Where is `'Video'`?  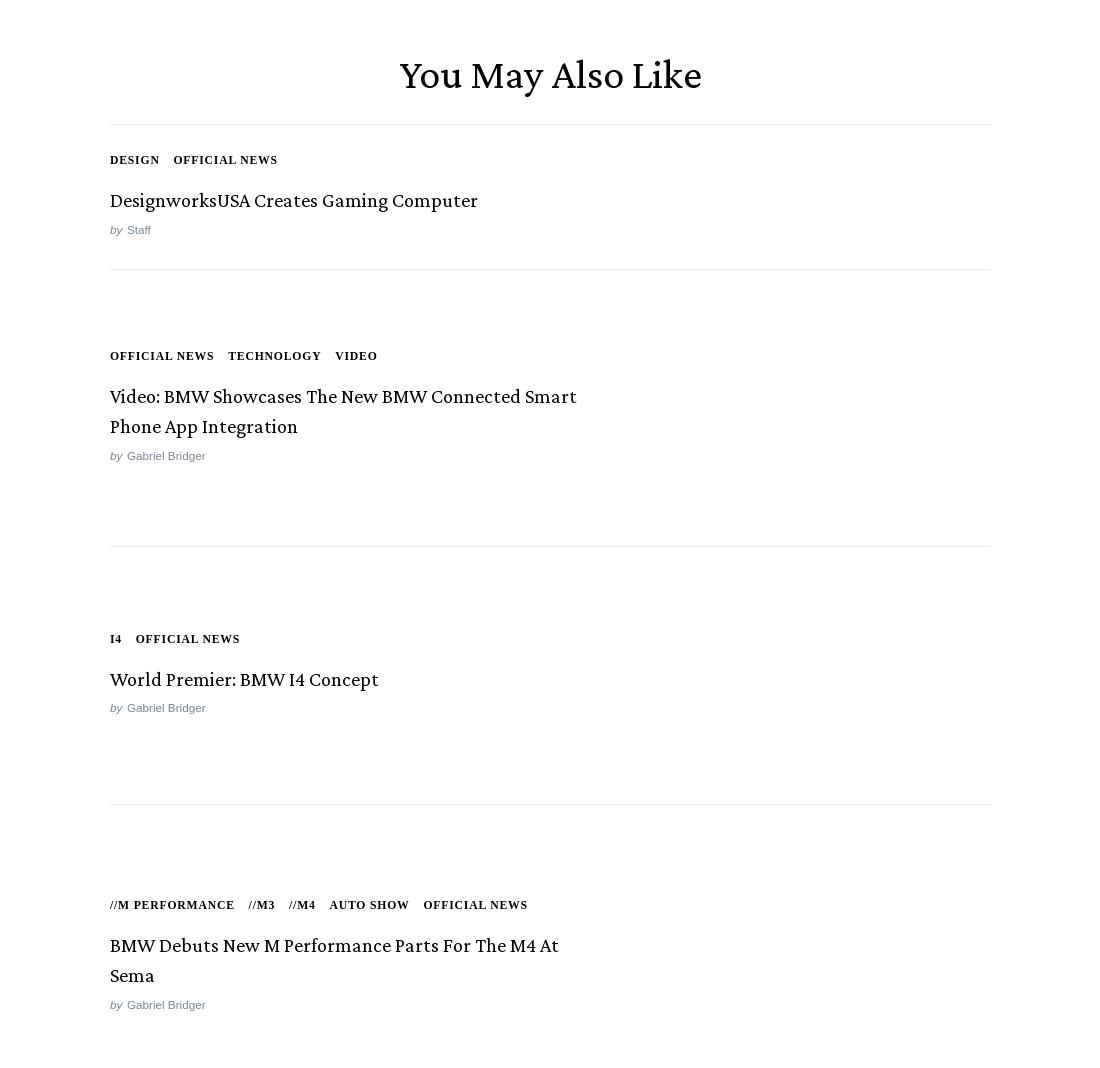 'Video' is located at coordinates (355, 358).